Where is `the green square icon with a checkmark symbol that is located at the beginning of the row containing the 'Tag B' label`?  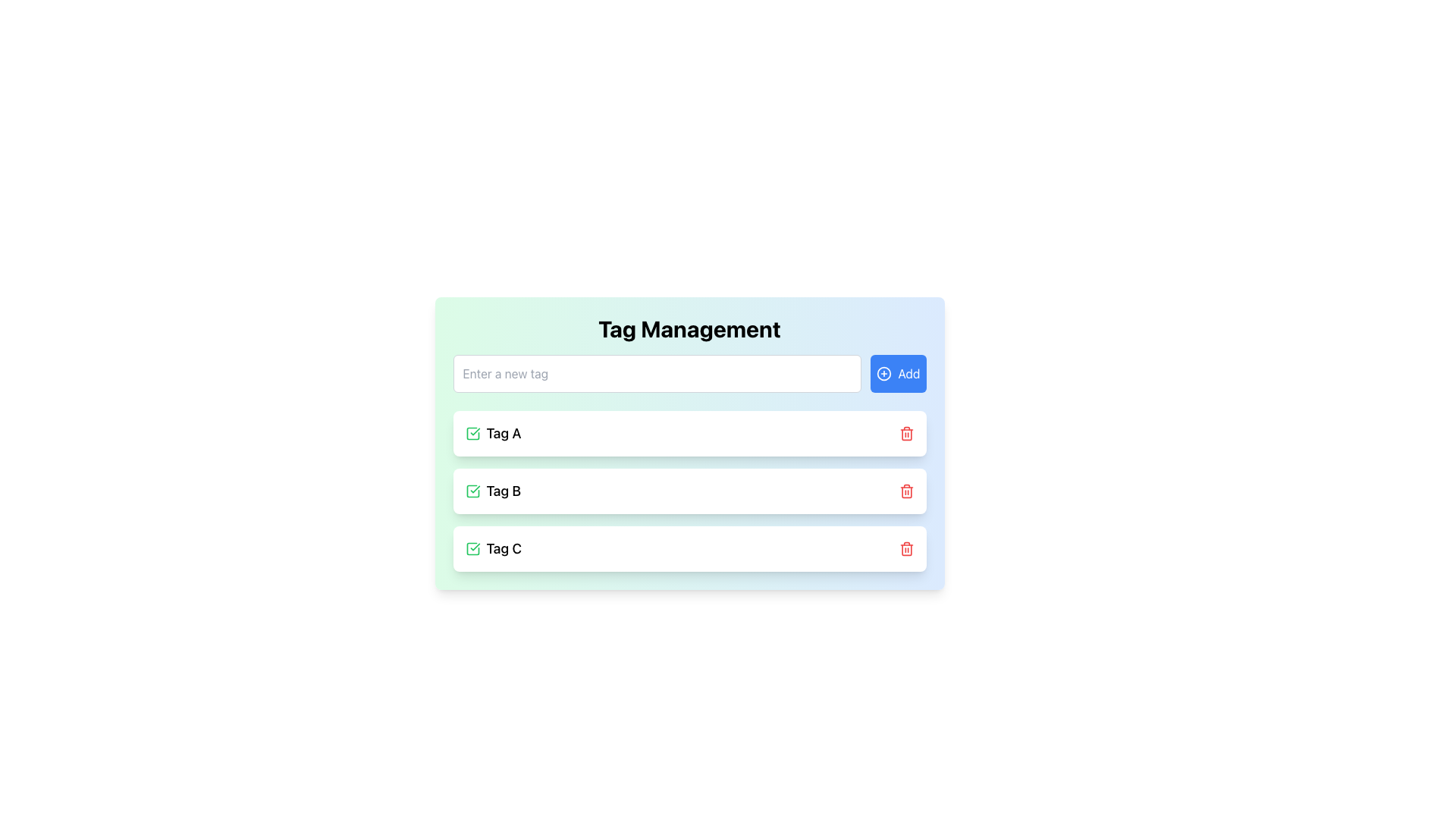
the green square icon with a checkmark symbol that is located at the beginning of the row containing the 'Tag B' label is located at coordinates (472, 491).